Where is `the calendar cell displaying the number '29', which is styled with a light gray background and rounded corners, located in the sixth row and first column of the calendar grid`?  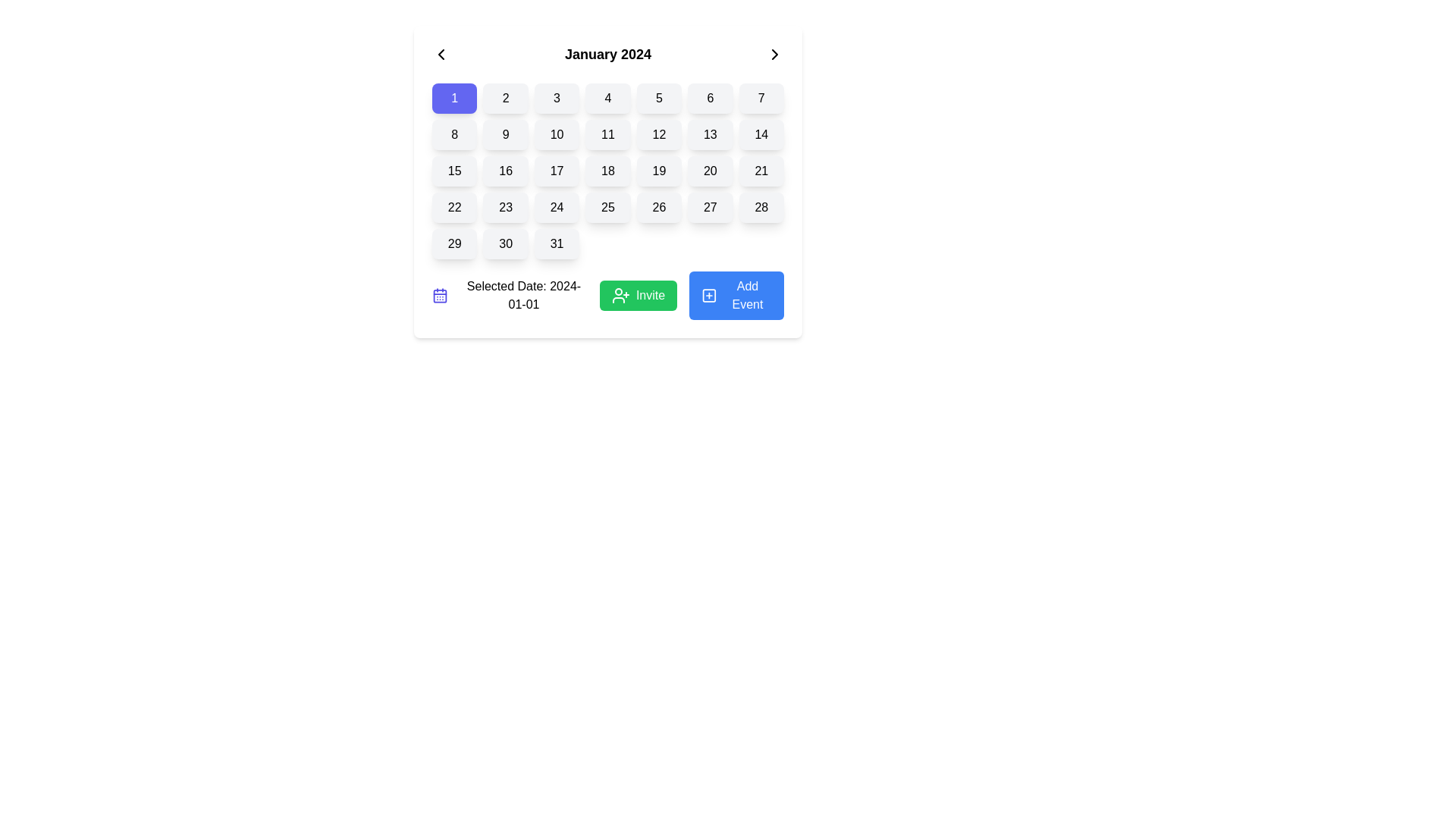
the calendar cell displaying the number '29', which is styled with a light gray background and rounded corners, located in the sixth row and first column of the calendar grid is located at coordinates (453, 243).